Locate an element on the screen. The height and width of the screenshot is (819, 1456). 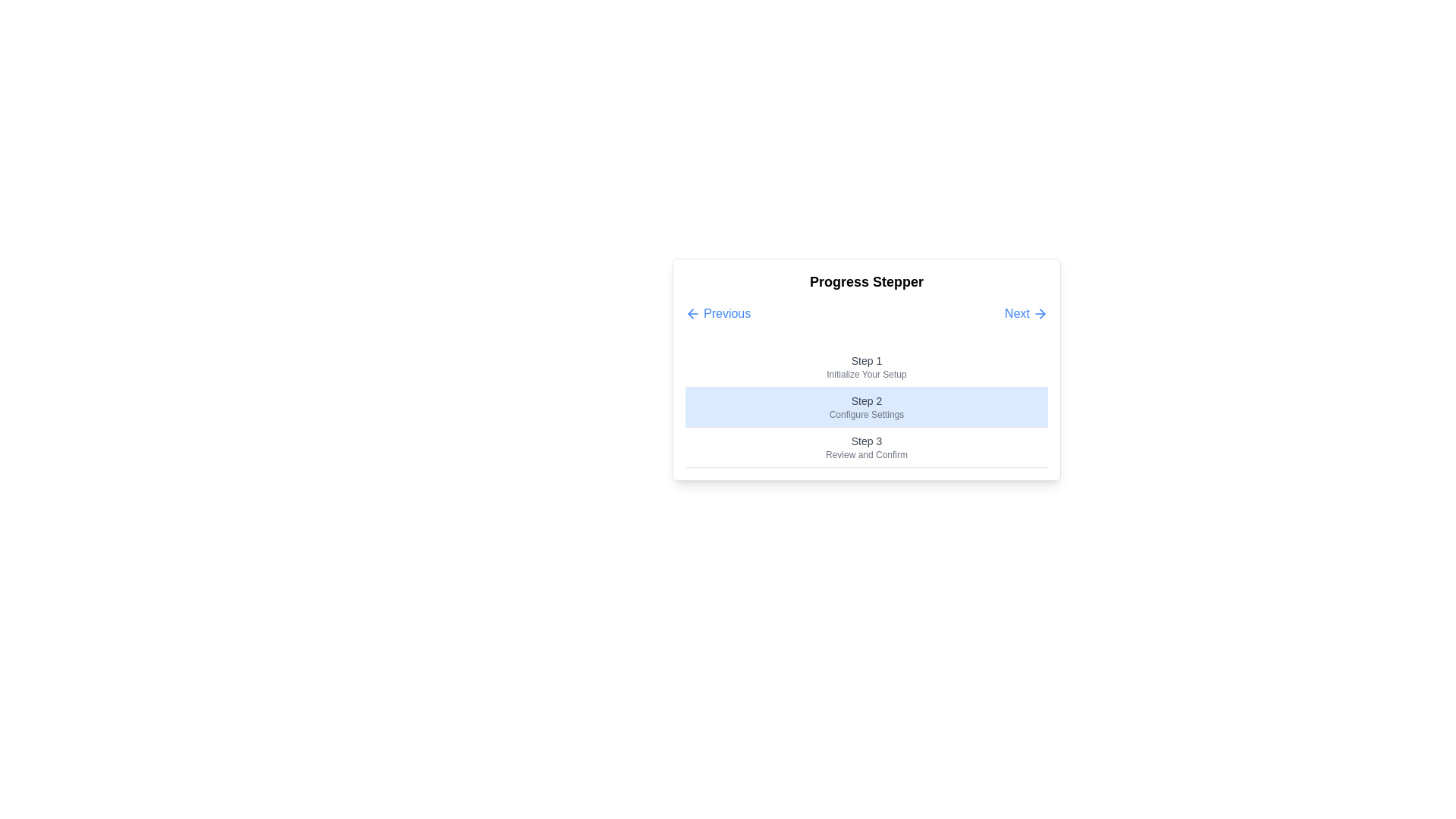
the right arrow icon located to the right of the 'Next' text in the progress stepper controls is located at coordinates (1040, 312).